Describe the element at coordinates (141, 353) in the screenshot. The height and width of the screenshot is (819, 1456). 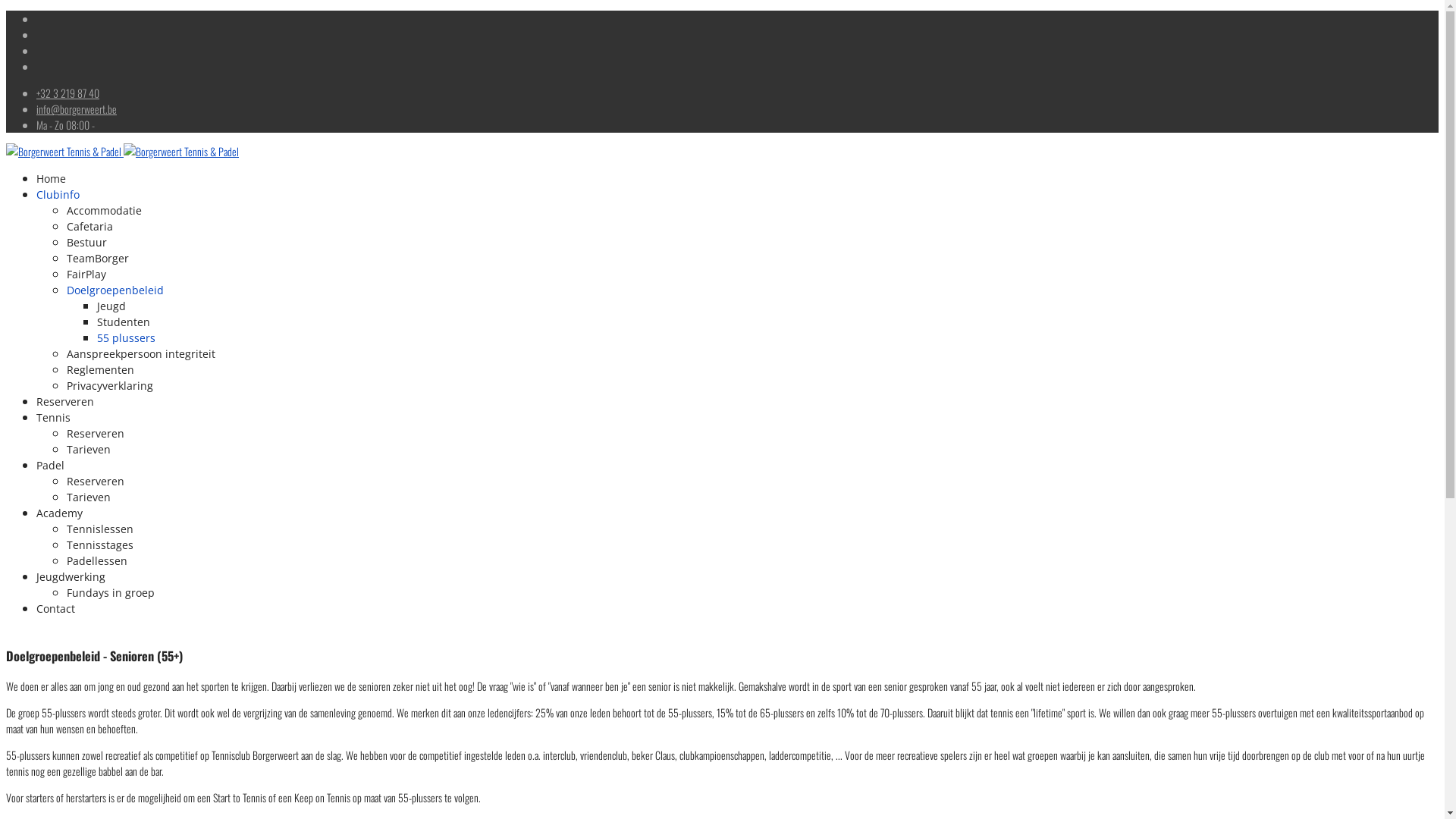
I see `'Aanspreekpersoon integriteit'` at that location.